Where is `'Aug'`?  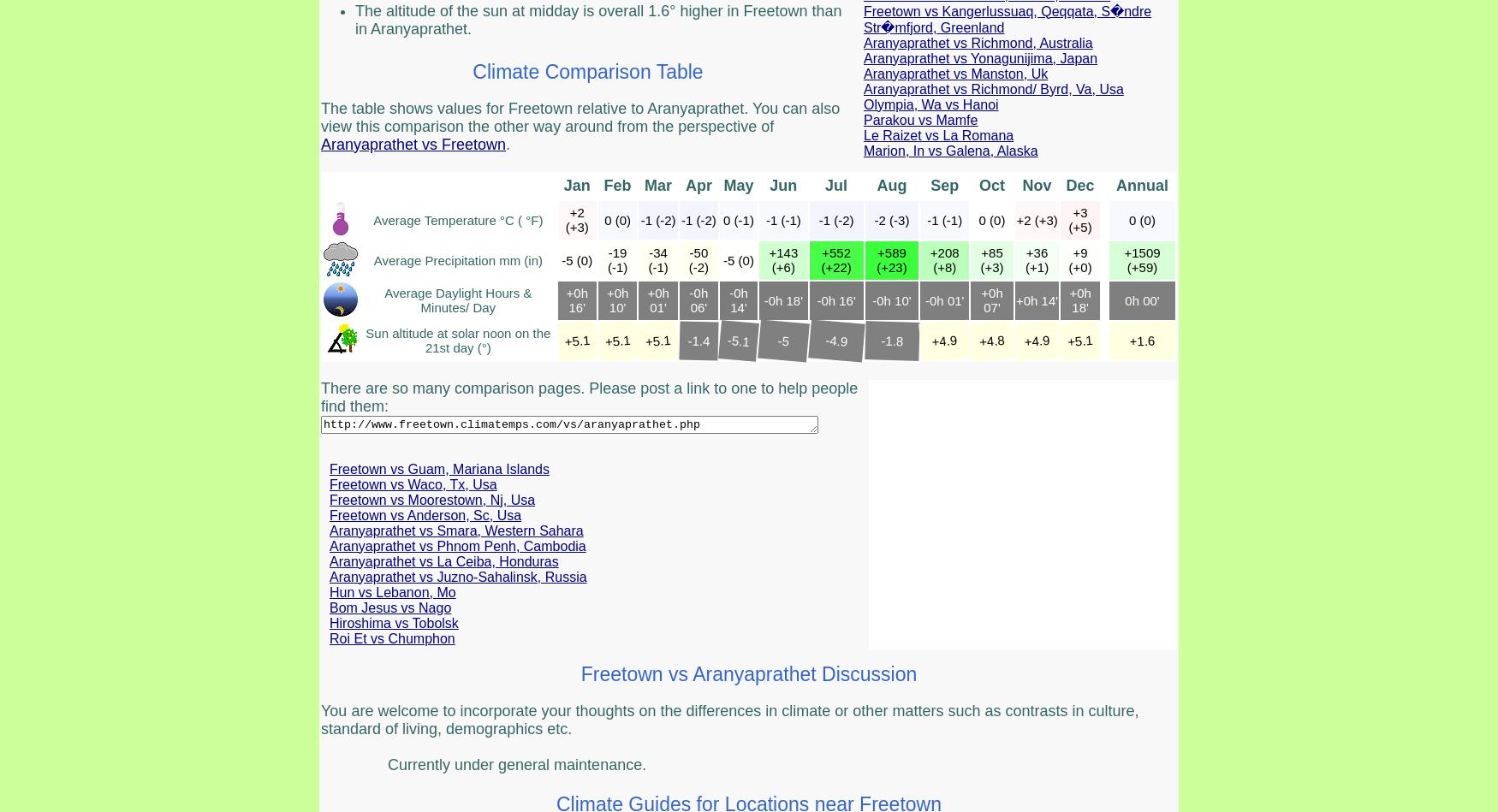 'Aug' is located at coordinates (890, 185).